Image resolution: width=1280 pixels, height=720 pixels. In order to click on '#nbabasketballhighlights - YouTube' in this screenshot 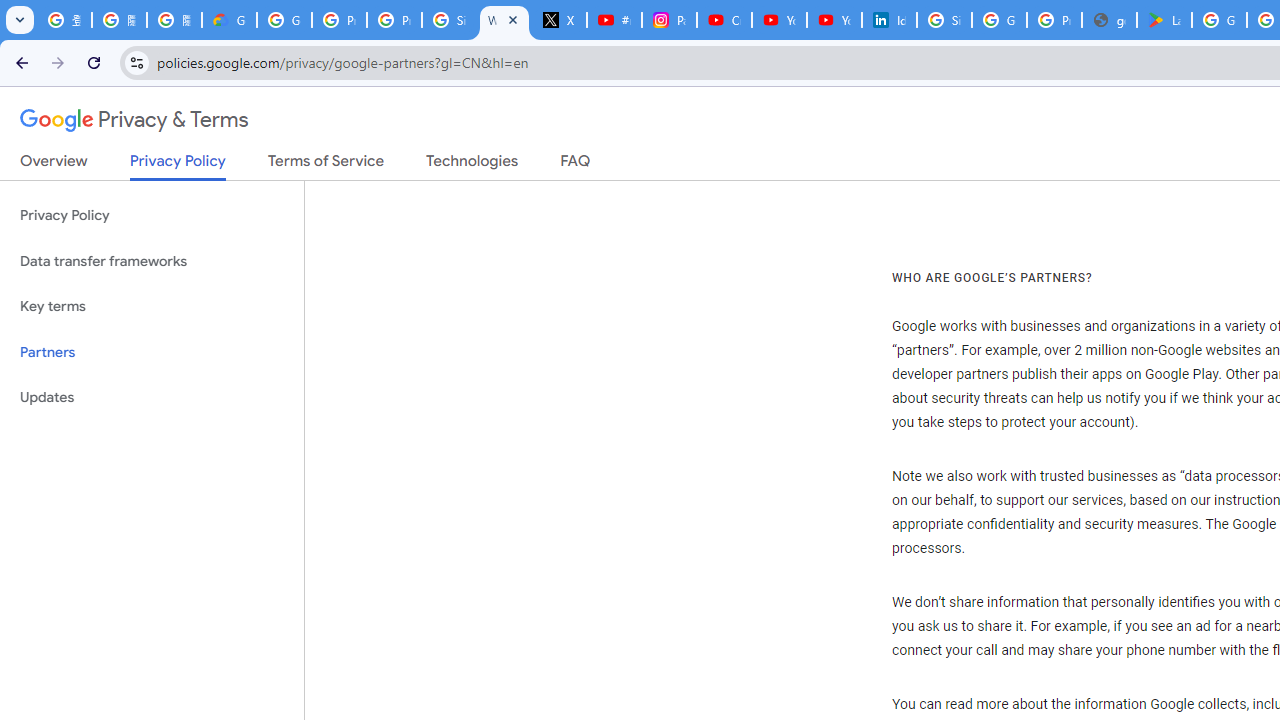, I will do `click(614, 20)`.